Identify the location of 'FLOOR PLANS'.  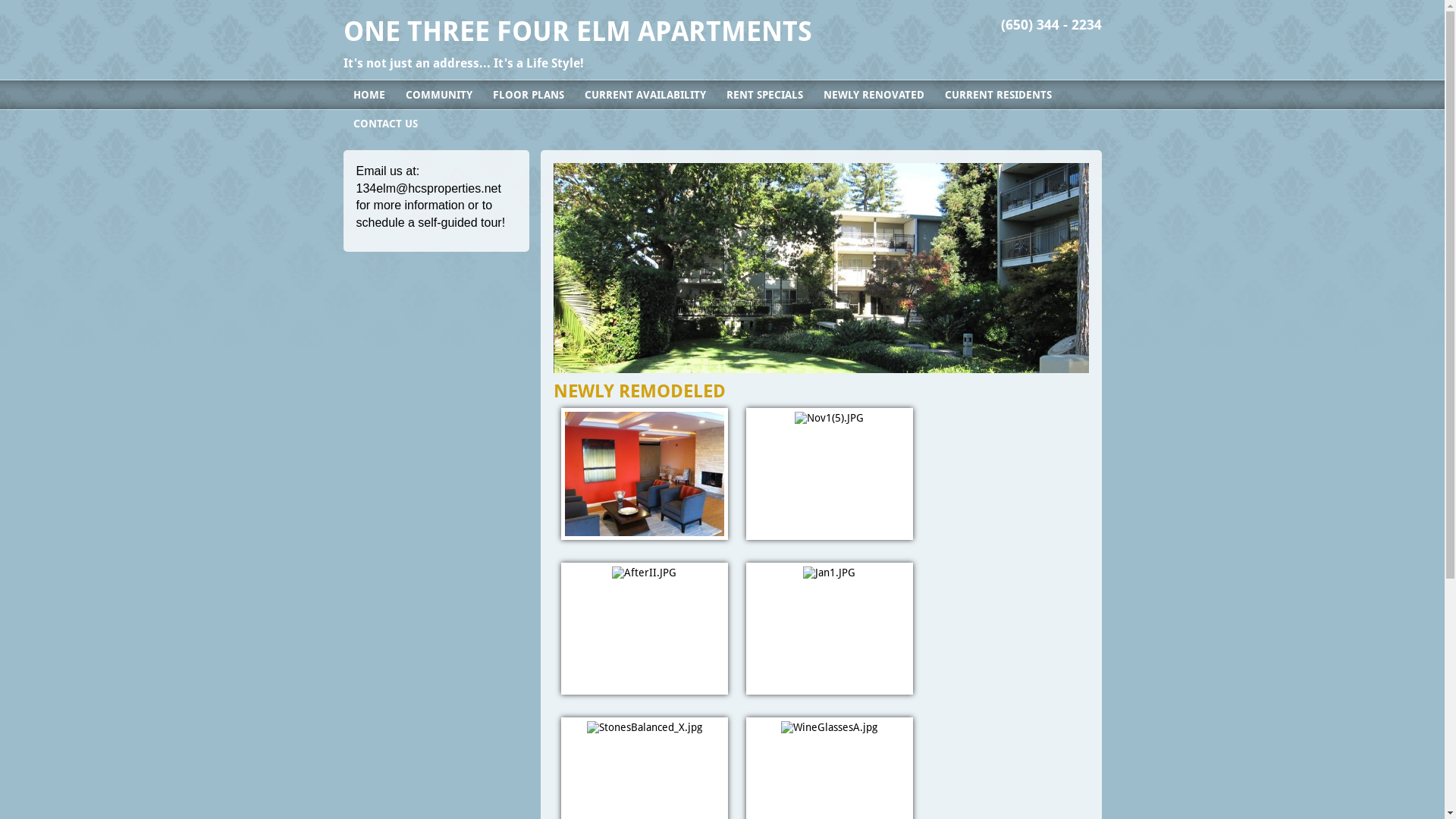
(528, 94).